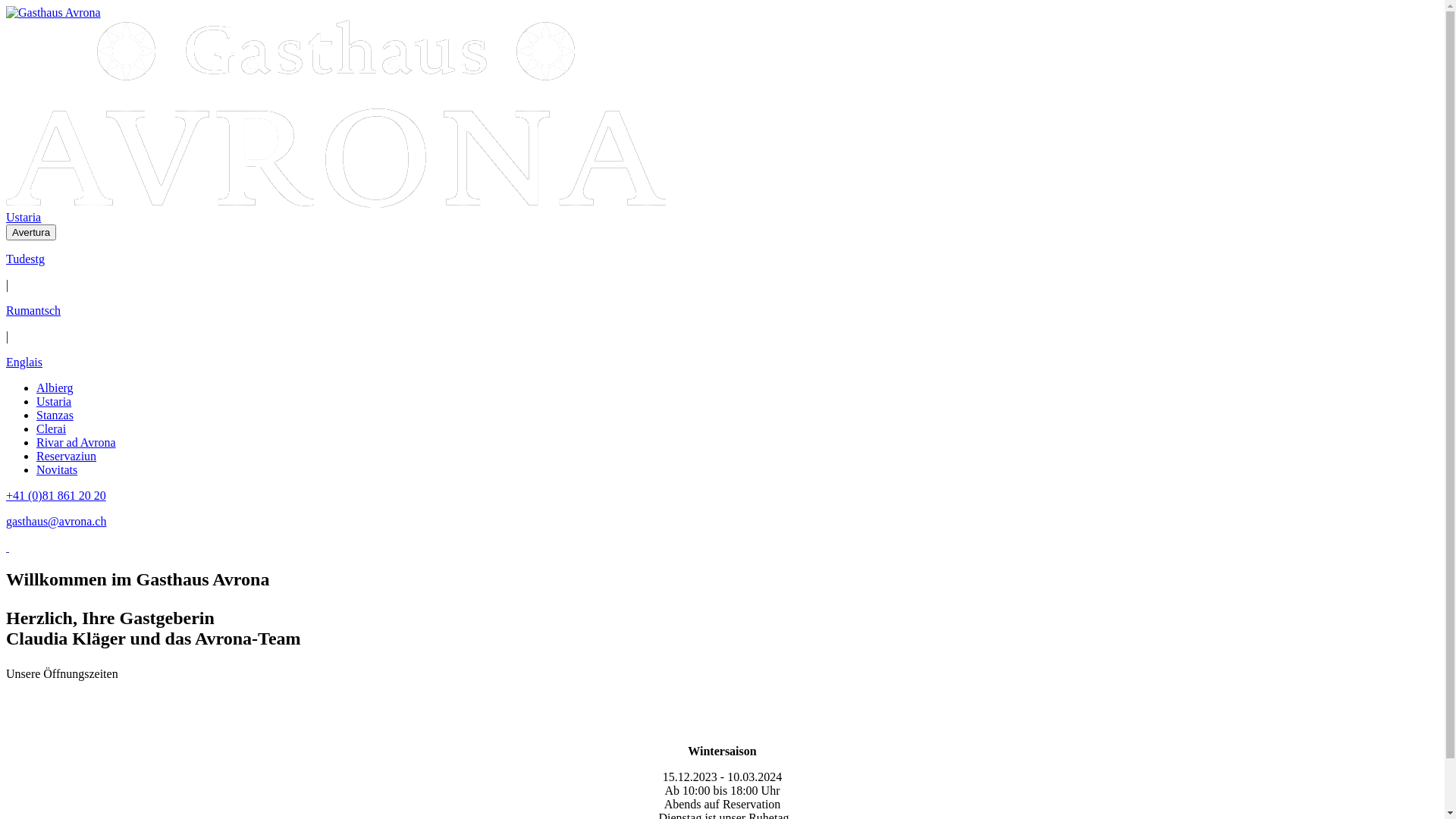 Image resolution: width=1456 pixels, height=819 pixels. Describe the element at coordinates (33, 309) in the screenshot. I see `'Rumantsch'` at that location.